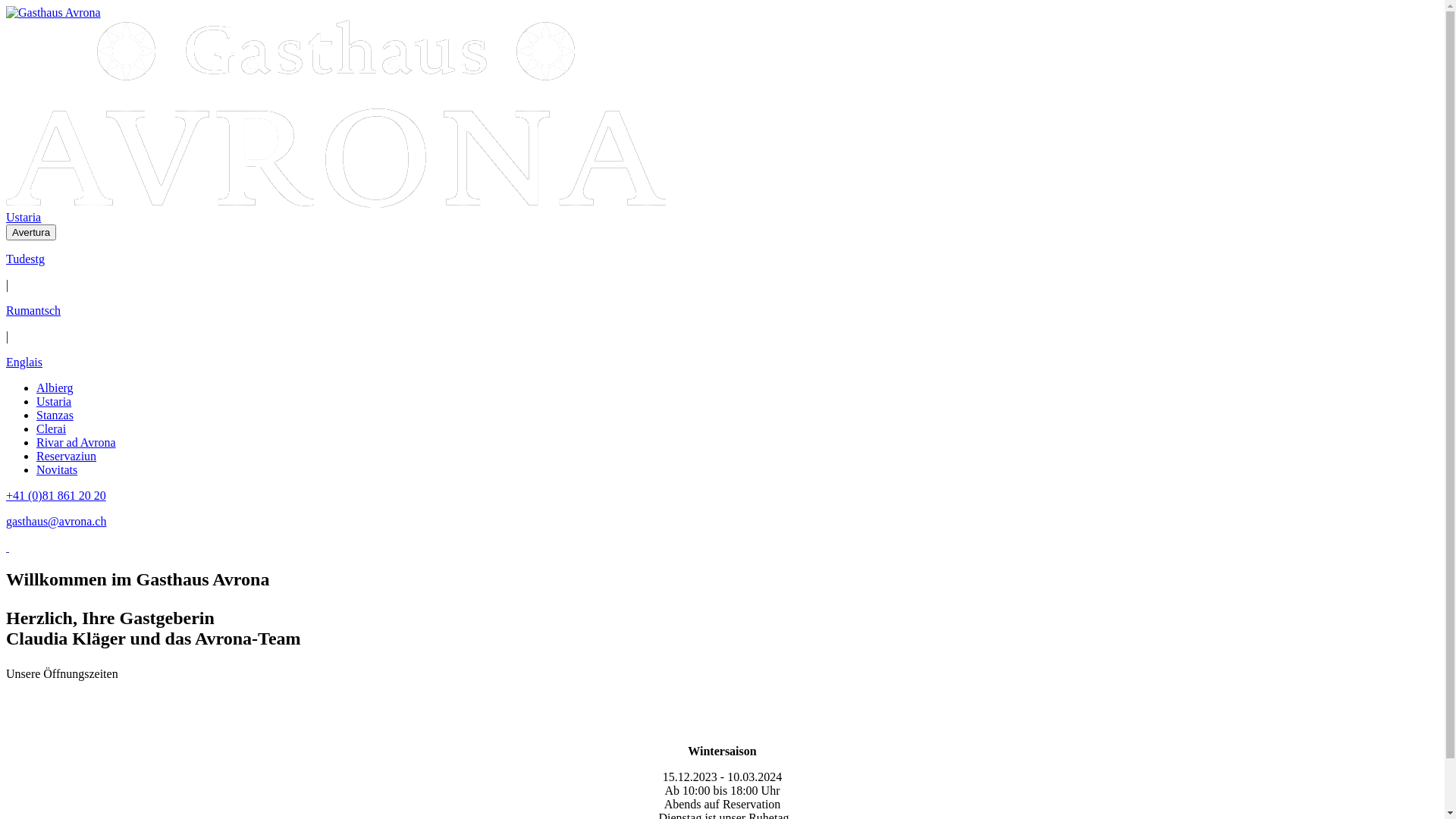 Image resolution: width=1456 pixels, height=819 pixels. Describe the element at coordinates (33, 309) in the screenshot. I see `'Rumantsch'` at that location.